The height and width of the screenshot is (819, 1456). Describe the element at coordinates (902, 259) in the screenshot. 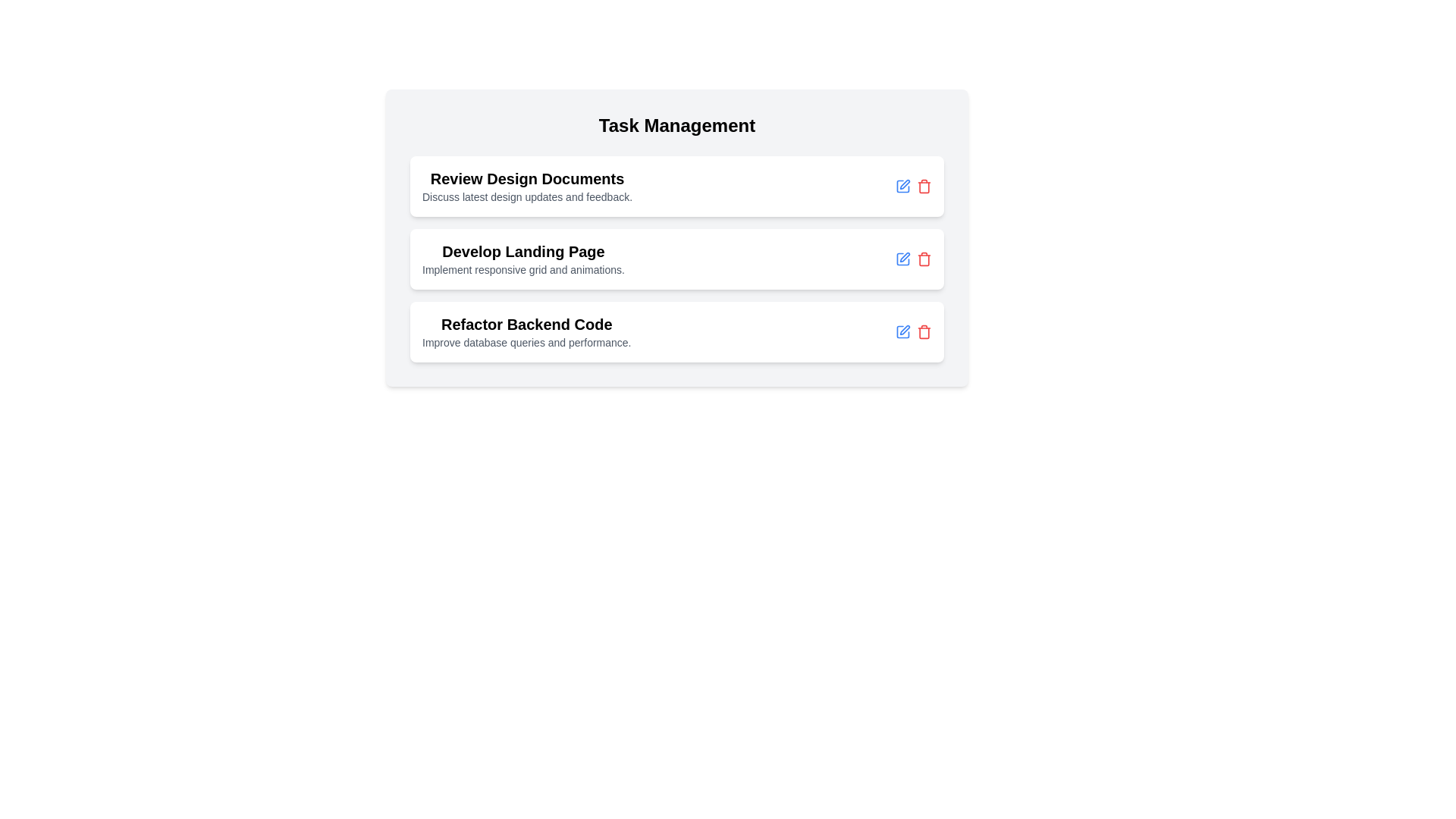

I see `the blue edit icon button, resembling a pen or pencil, located` at that location.